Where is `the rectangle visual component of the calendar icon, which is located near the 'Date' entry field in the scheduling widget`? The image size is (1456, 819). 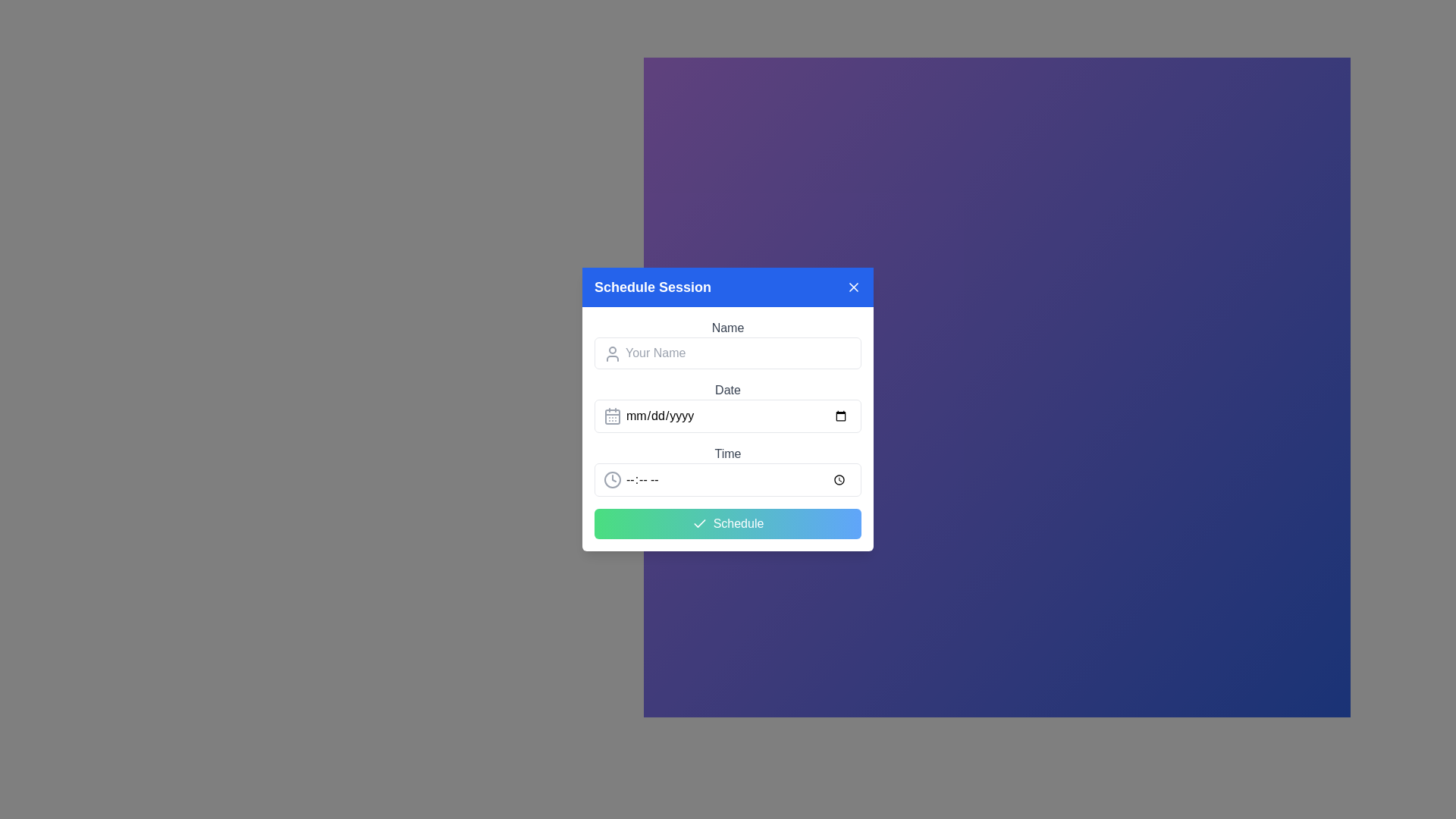
the rectangle visual component of the calendar icon, which is located near the 'Date' entry field in the scheduling widget is located at coordinates (612, 417).